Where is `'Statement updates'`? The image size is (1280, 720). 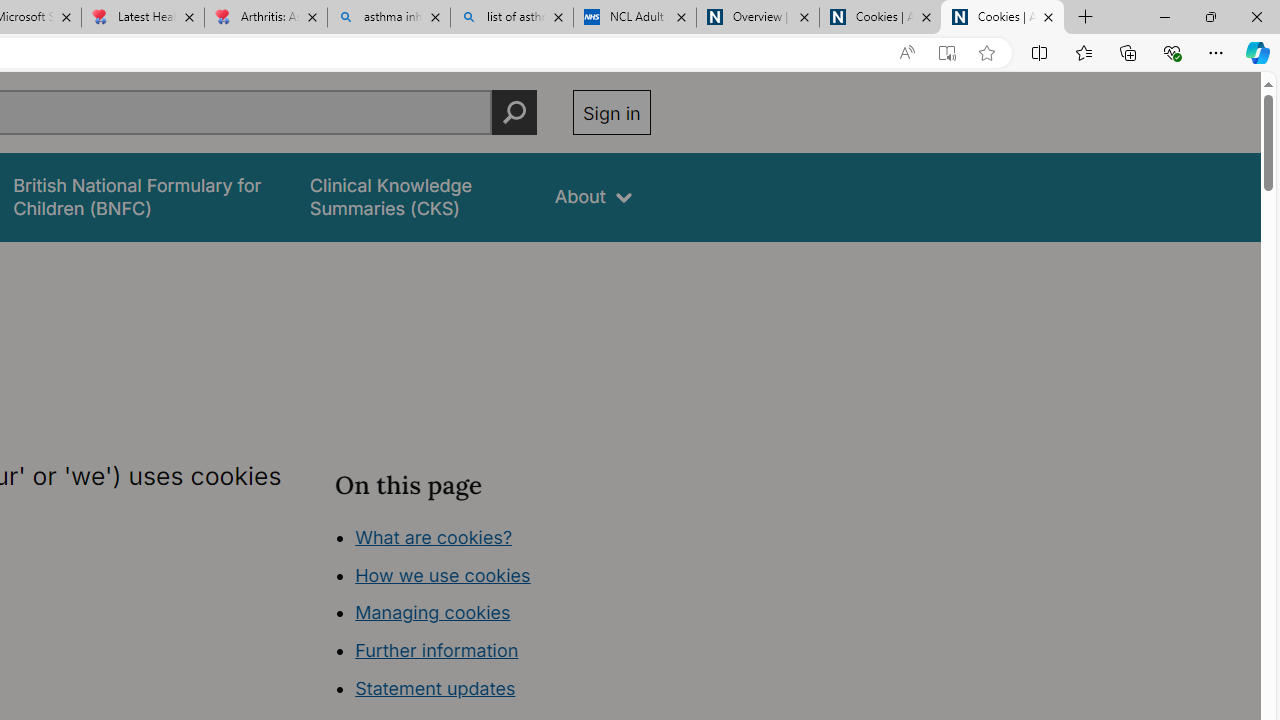 'Statement updates' is located at coordinates (434, 688).